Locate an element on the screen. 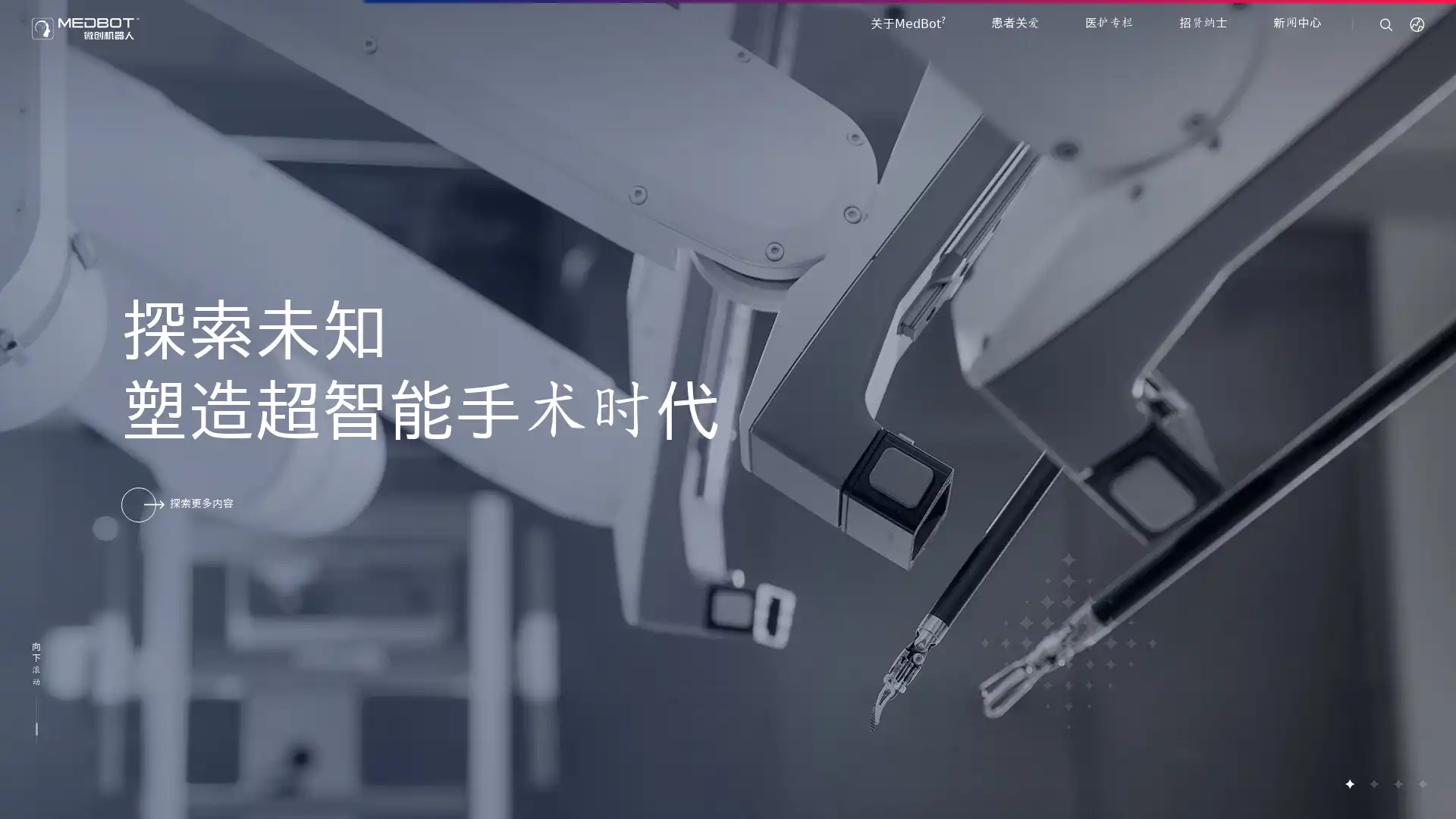 This screenshot has width=1456, height=819. Go to slide 4 is located at coordinates (1421, 783).